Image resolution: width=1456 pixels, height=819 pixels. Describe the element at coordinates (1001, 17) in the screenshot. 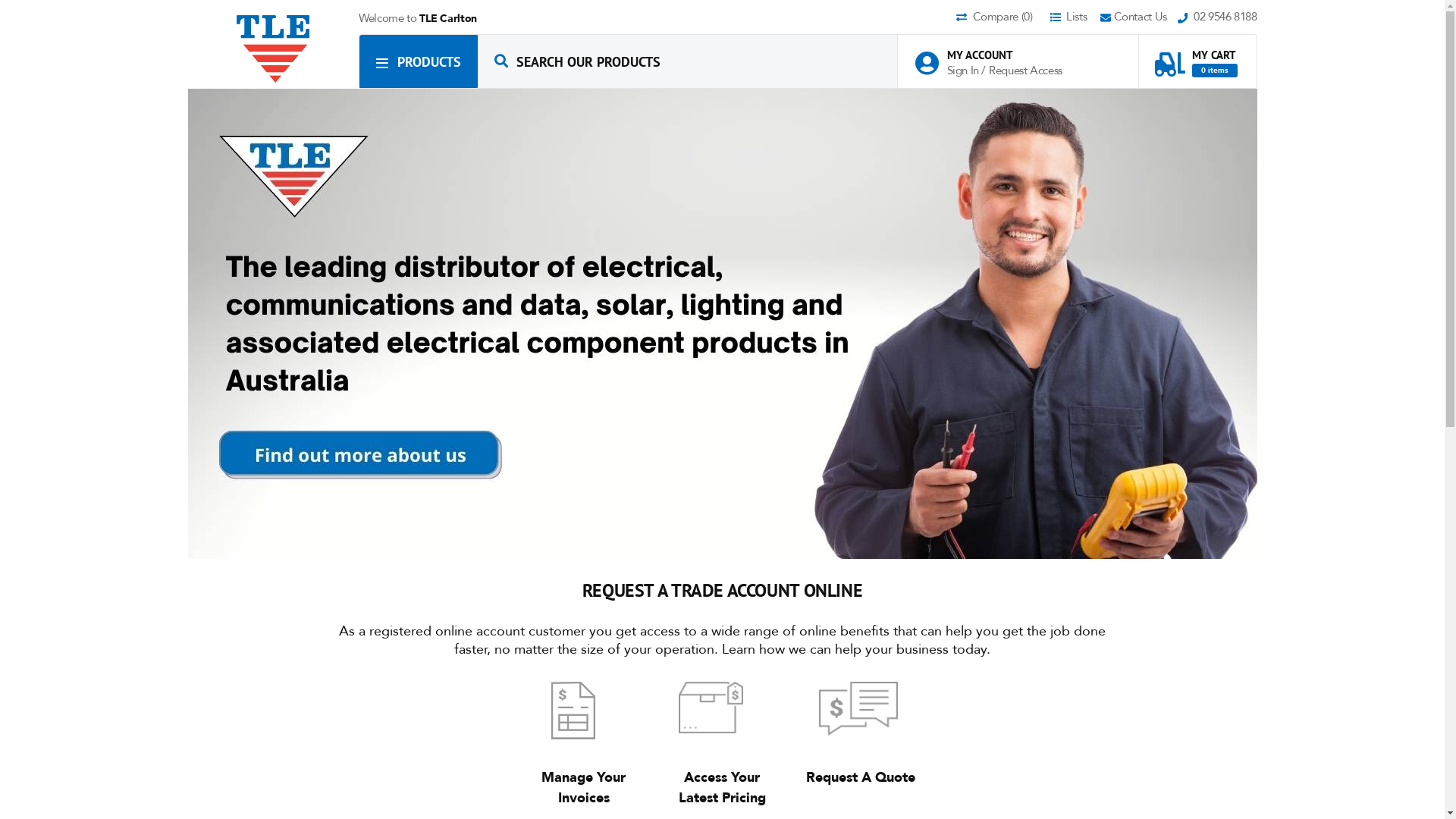

I see `'Compare 0'` at that location.